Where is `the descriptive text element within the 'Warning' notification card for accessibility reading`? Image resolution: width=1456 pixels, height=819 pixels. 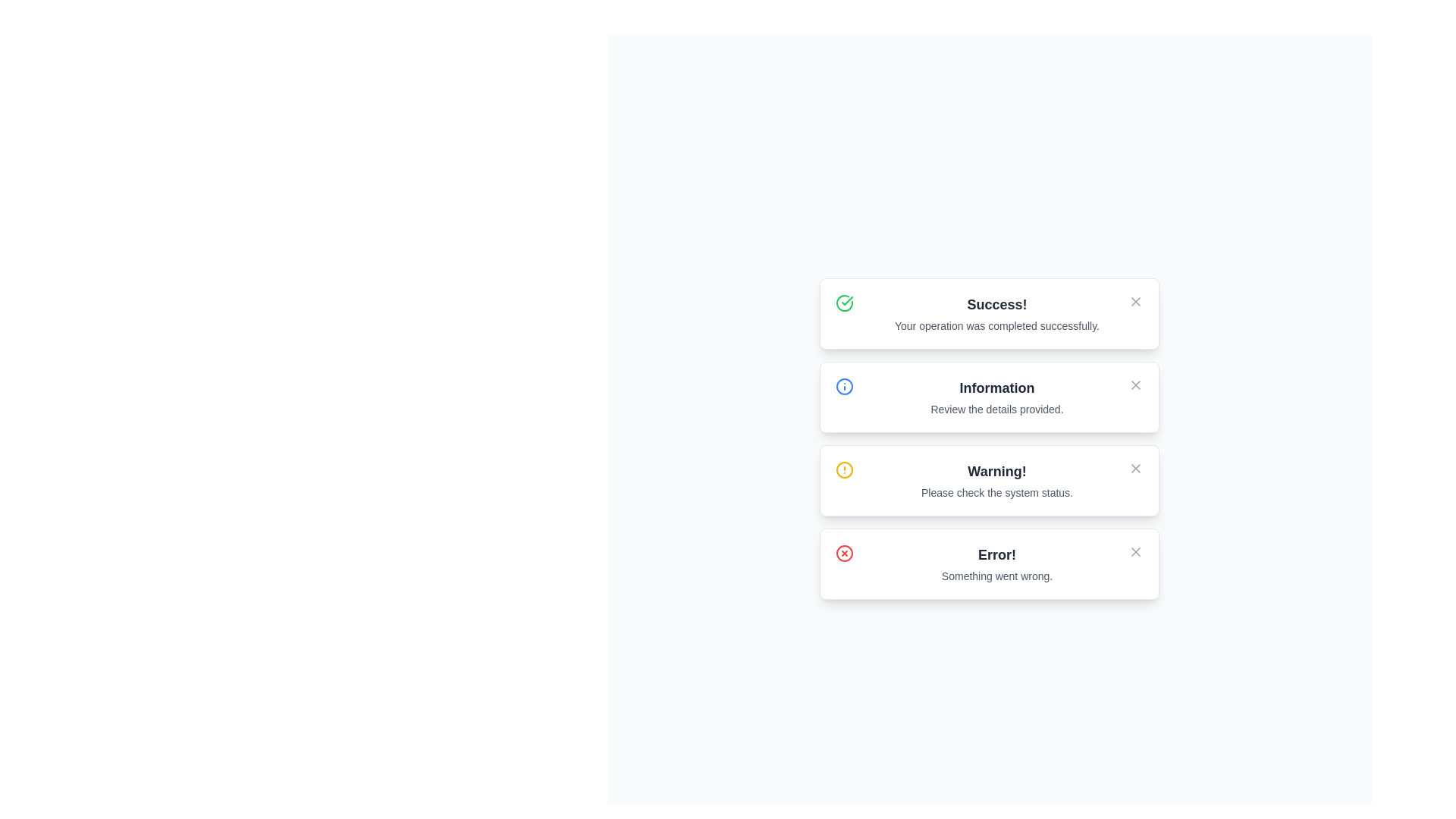
the descriptive text element within the 'Warning' notification card for accessibility reading is located at coordinates (997, 493).